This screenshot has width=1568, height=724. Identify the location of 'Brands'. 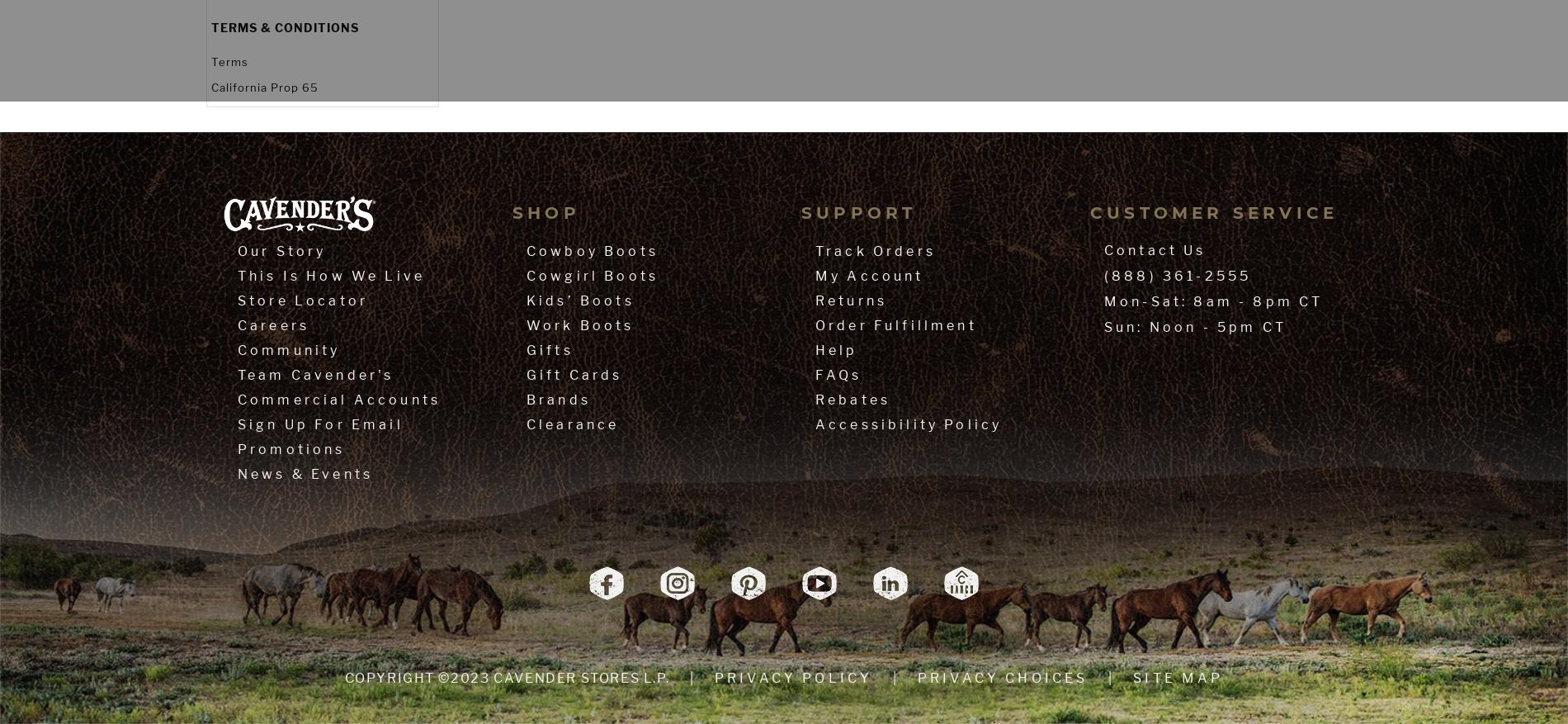
(527, 400).